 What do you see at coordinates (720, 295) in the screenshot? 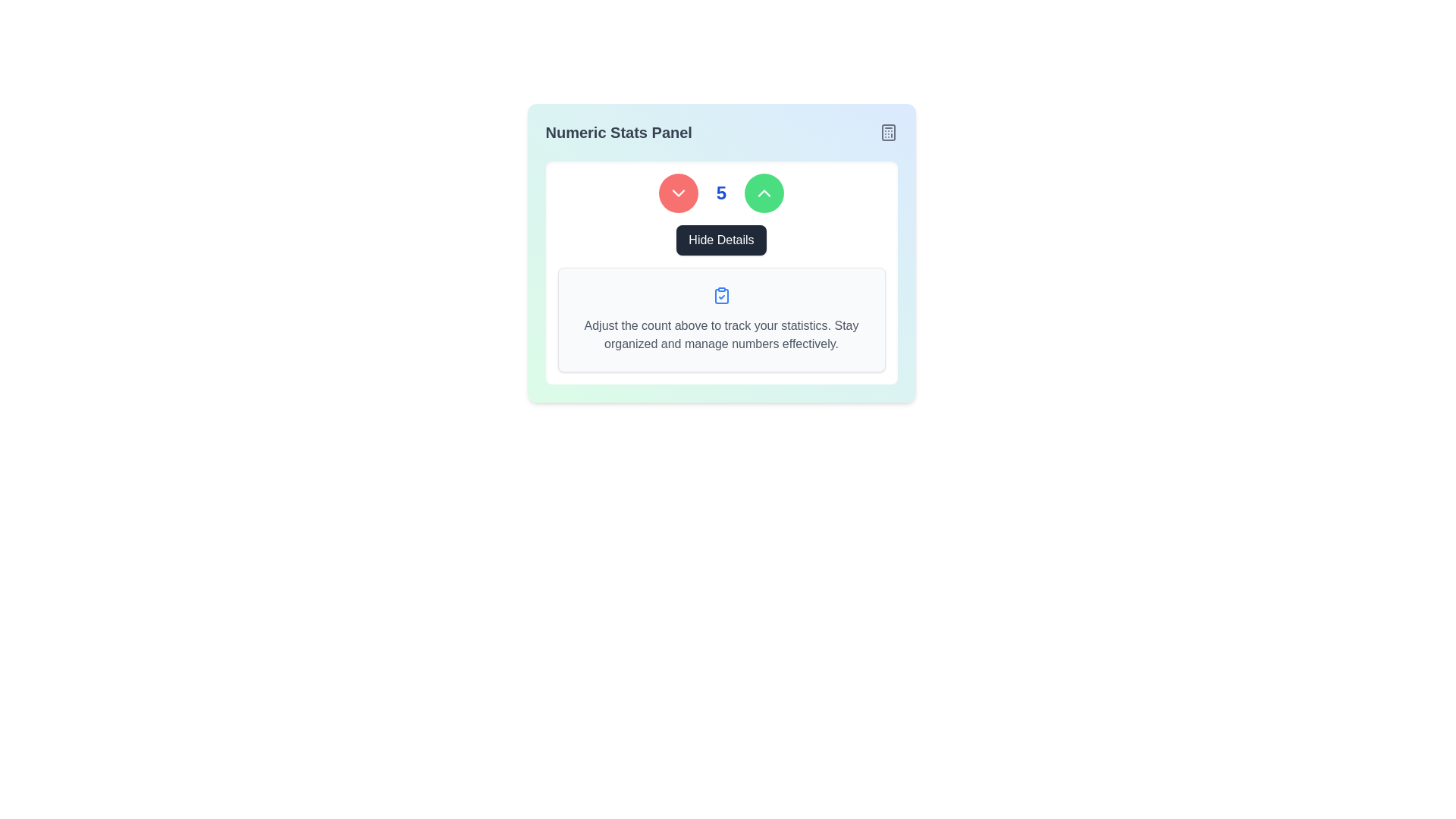
I see `the blue clipboard icon with a checkmark symbol, which is located above the instructional text area within a white background` at bounding box center [720, 295].